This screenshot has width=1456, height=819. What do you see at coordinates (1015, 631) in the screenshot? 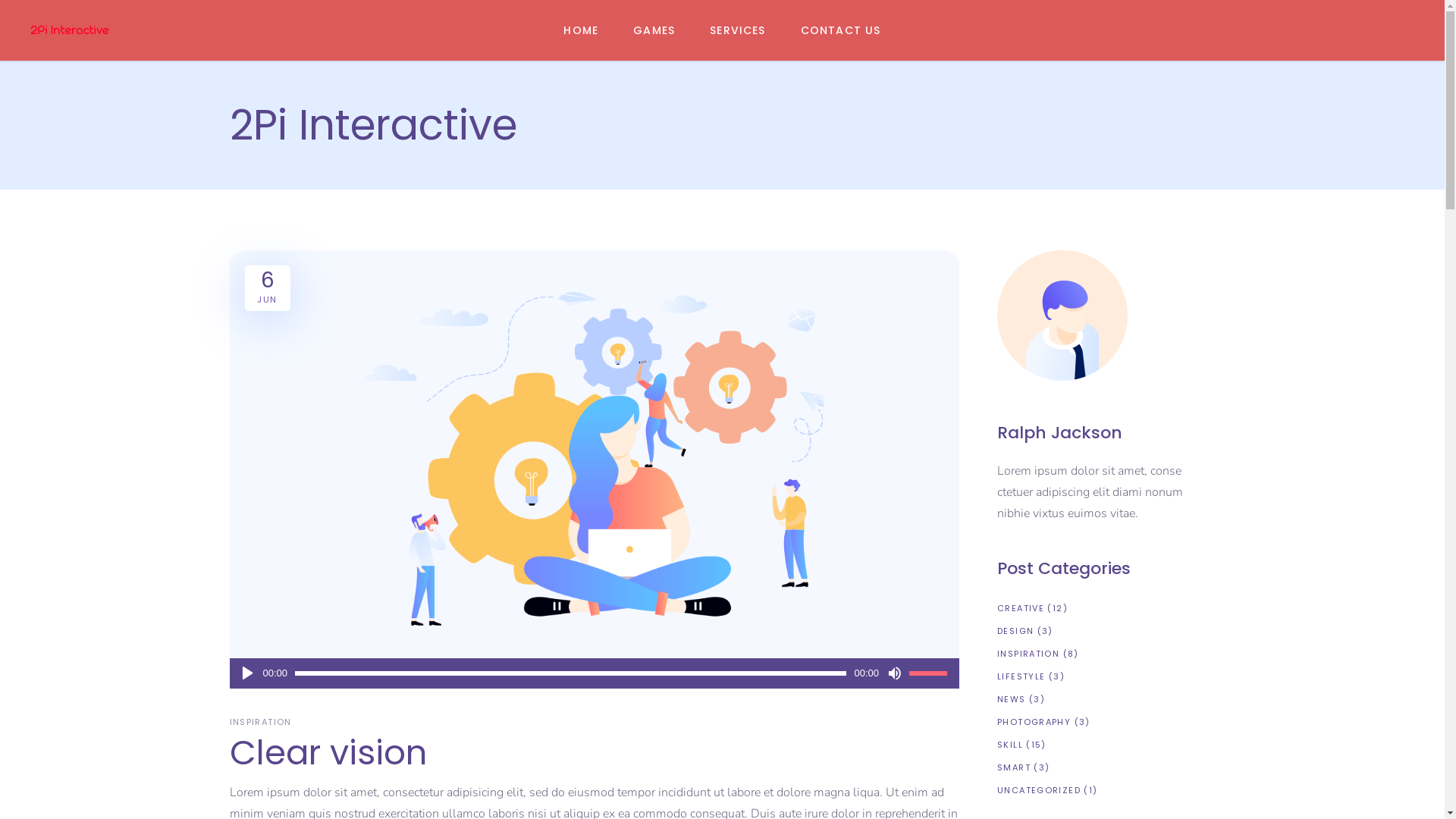
I see `'DESIGN'` at bounding box center [1015, 631].